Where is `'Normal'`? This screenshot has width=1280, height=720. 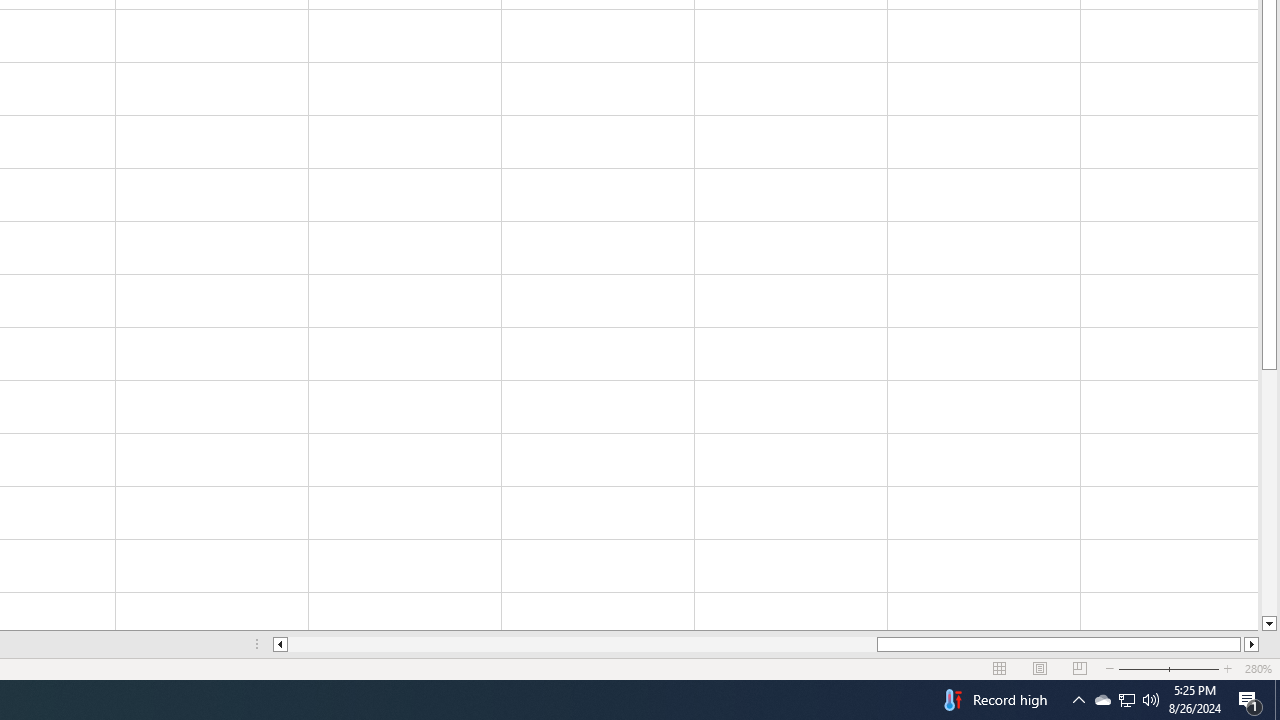
'Normal' is located at coordinates (1000, 669).